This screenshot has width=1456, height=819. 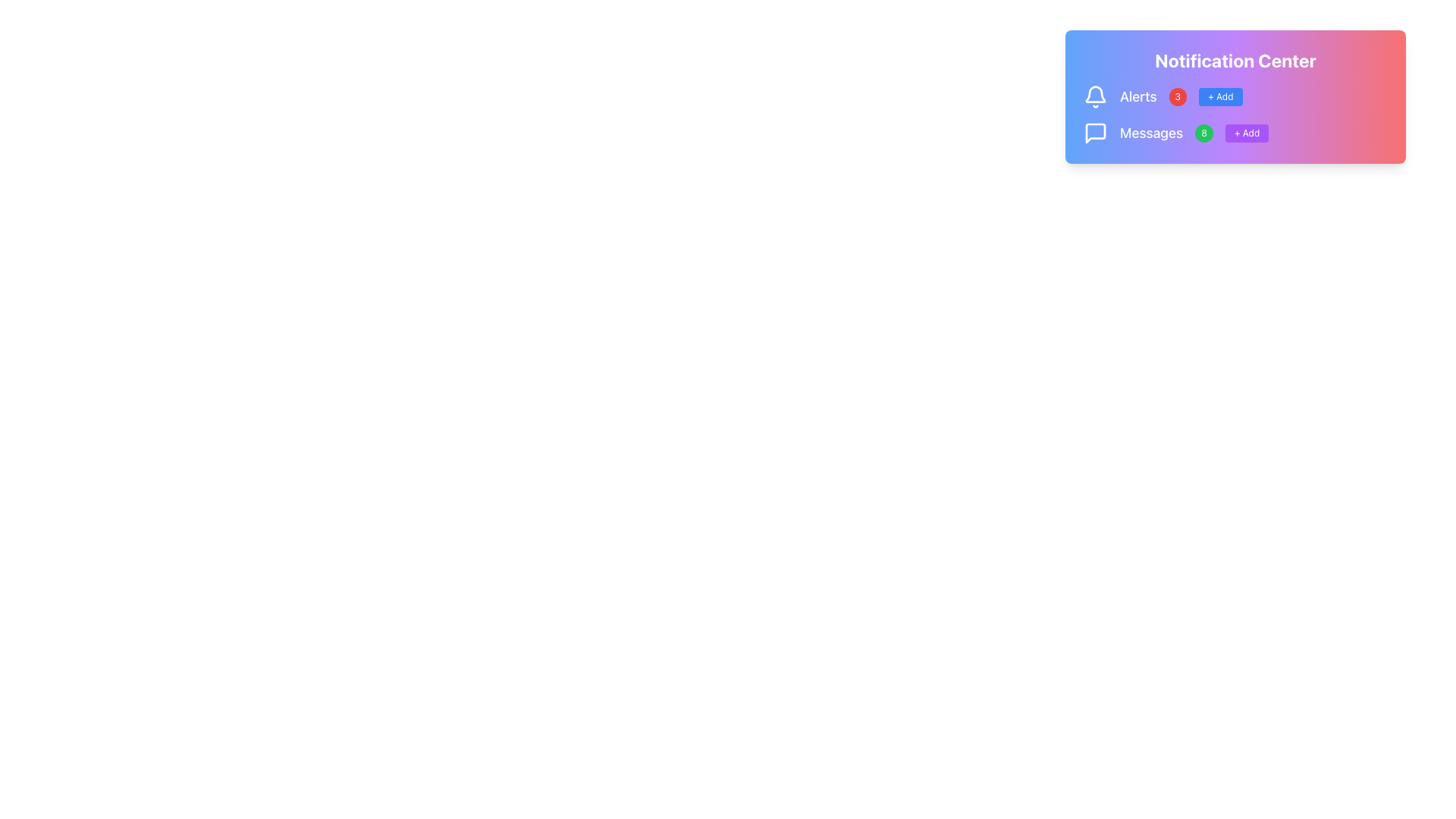 What do you see at coordinates (1247, 133) in the screenshot?
I see `the '+ Add' button with a purple background located in the 'Messages' section of the 'Notification Center' interface` at bounding box center [1247, 133].